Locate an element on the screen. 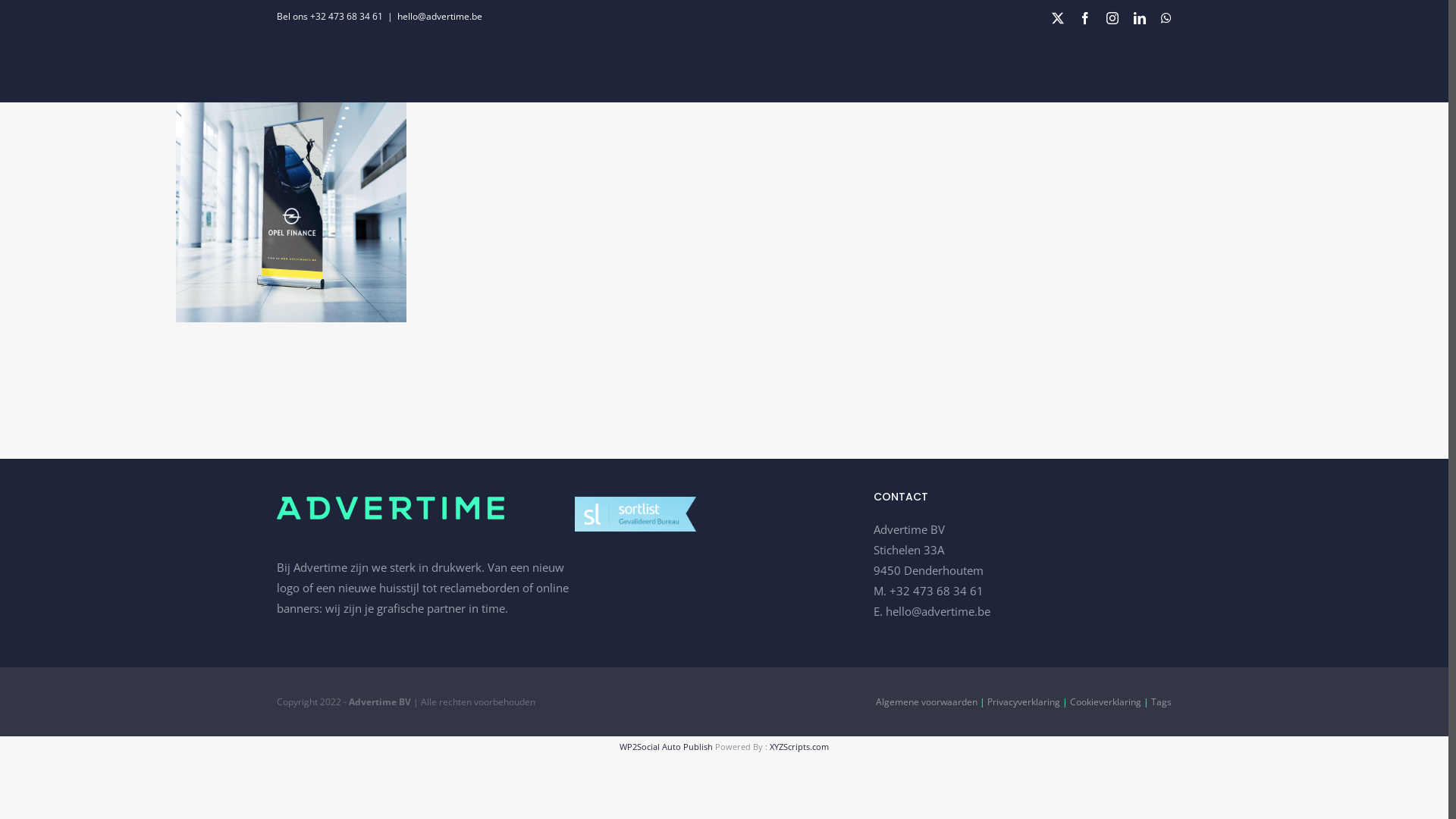 The image size is (1456, 819). 'Twitter' is located at coordinates (1057, 17).